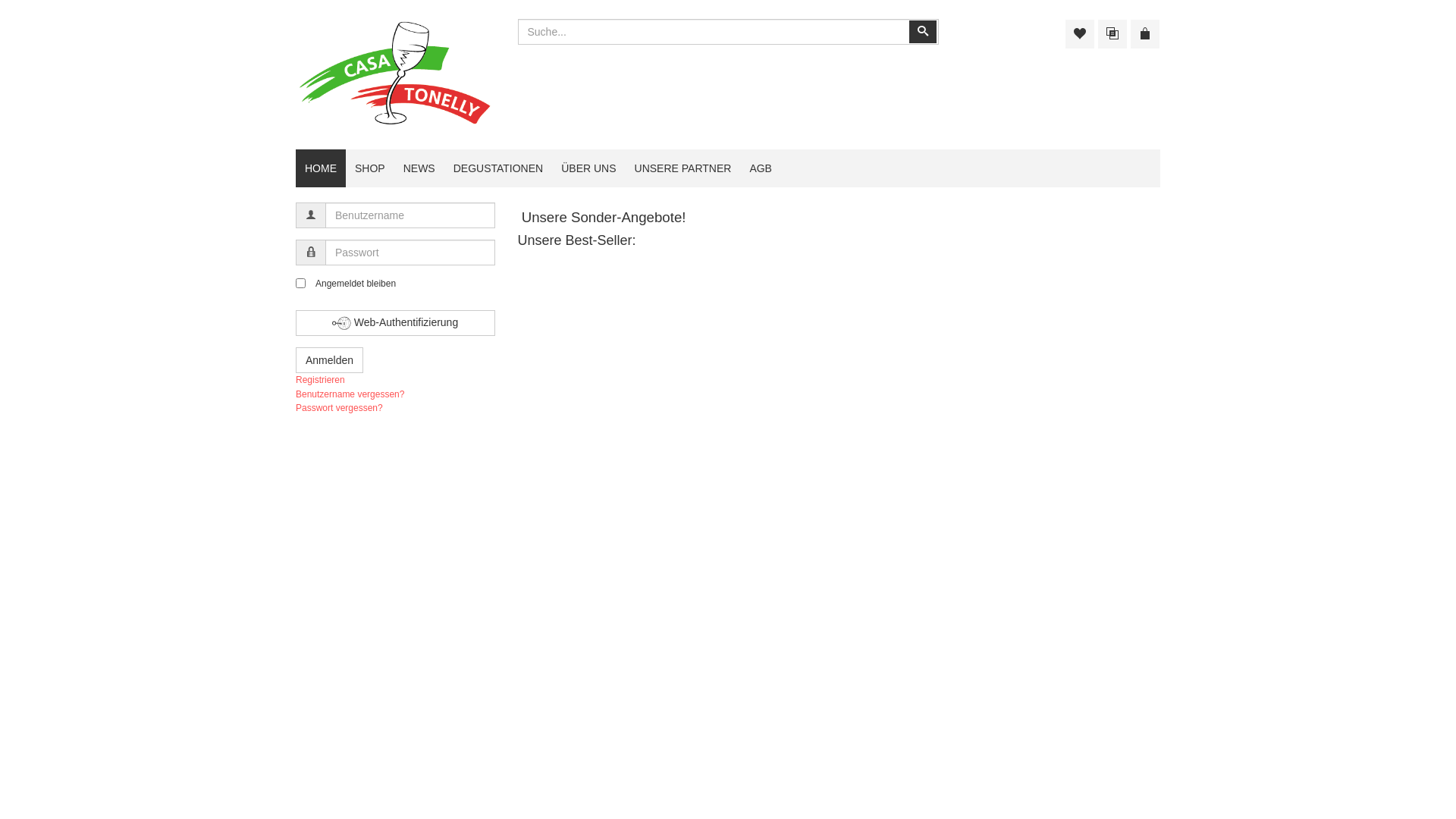 This screenshot has width=1456, height=819. What do you see at coordinates (338, 406) in the screenshot?
I see `'Passwort vergessen?'` at bounding box center [338, 406].